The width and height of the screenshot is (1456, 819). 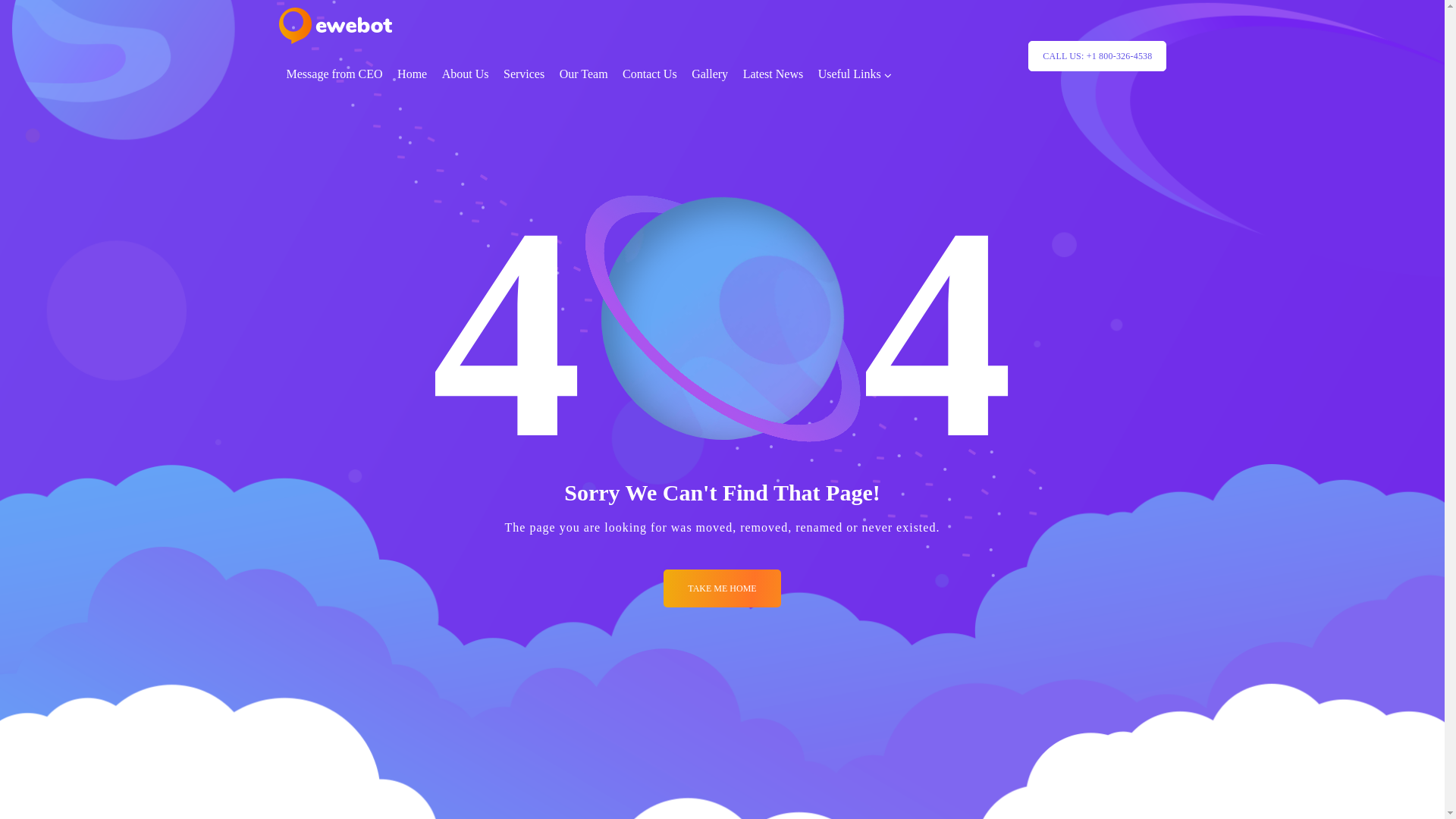 I want to click on 'Useful Links', so click(x=855, y=74).